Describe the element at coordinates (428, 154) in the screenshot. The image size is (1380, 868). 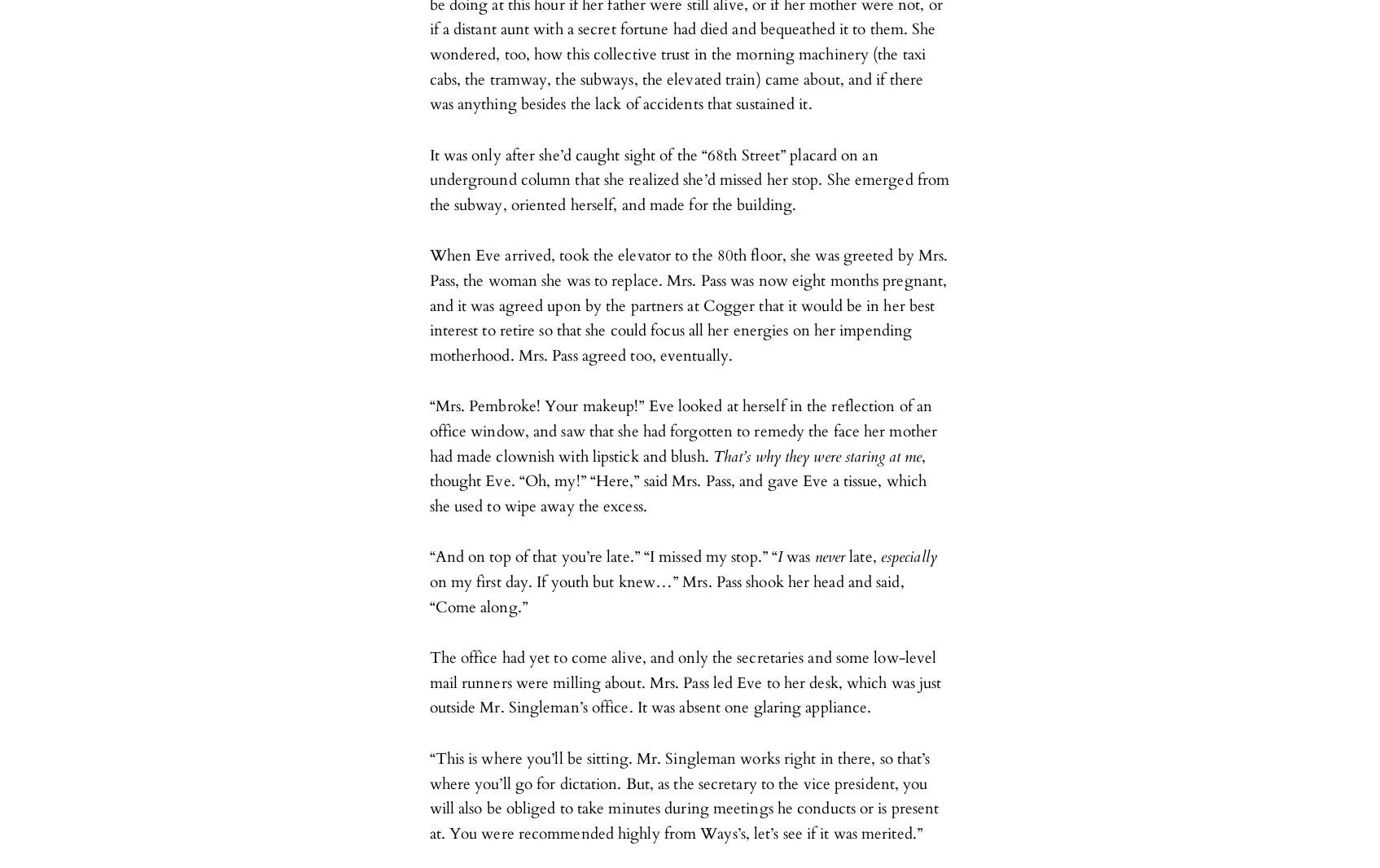
I see `'It was only after she’d caught sight of the “68'` at that location.